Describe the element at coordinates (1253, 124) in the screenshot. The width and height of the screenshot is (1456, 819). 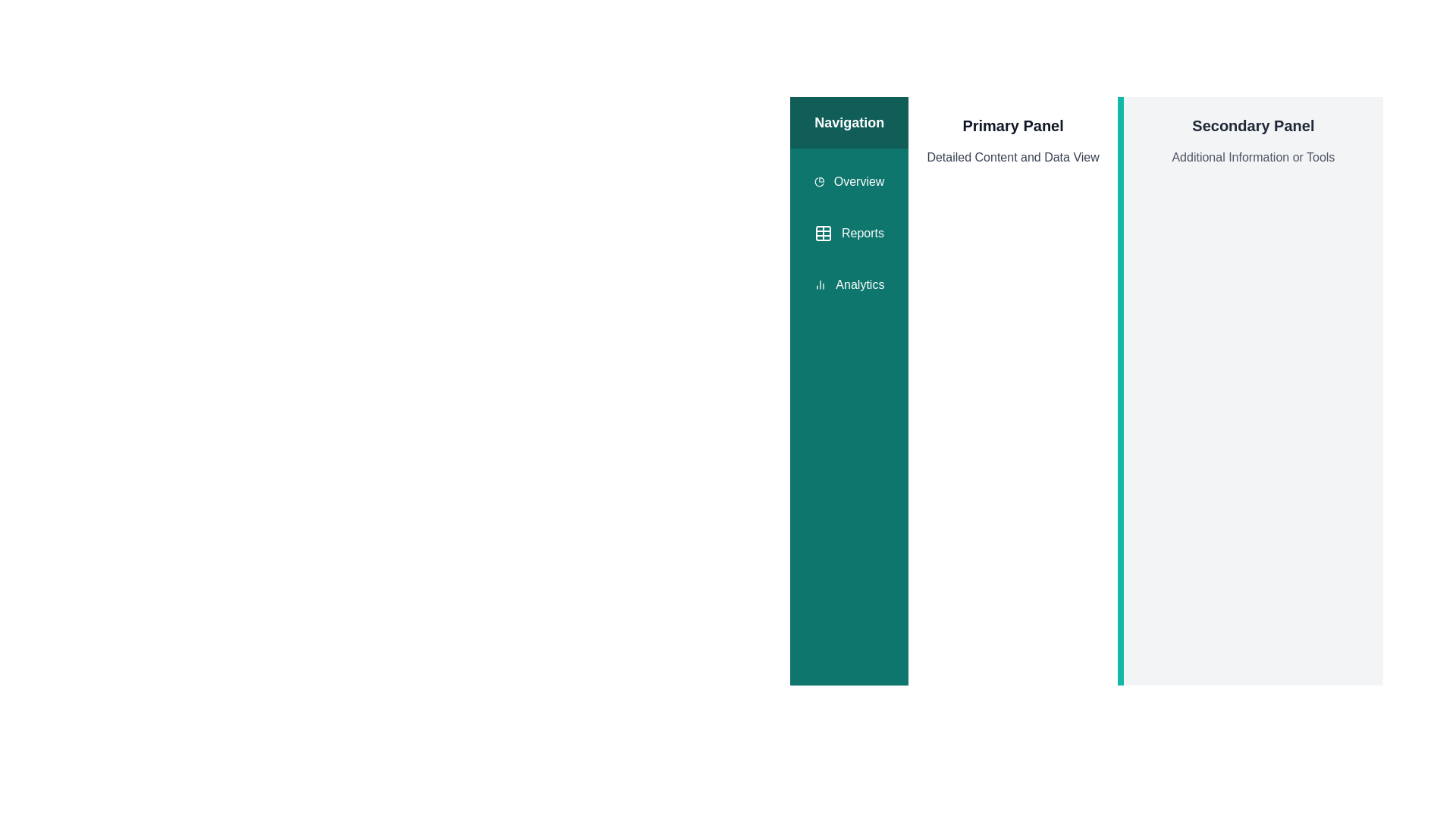
I see `the 'Secondary Panel' heading, which is styled in dark gray, bold, and slightly larger font, located at the top of the 'Secondary Panel' section` at that location.